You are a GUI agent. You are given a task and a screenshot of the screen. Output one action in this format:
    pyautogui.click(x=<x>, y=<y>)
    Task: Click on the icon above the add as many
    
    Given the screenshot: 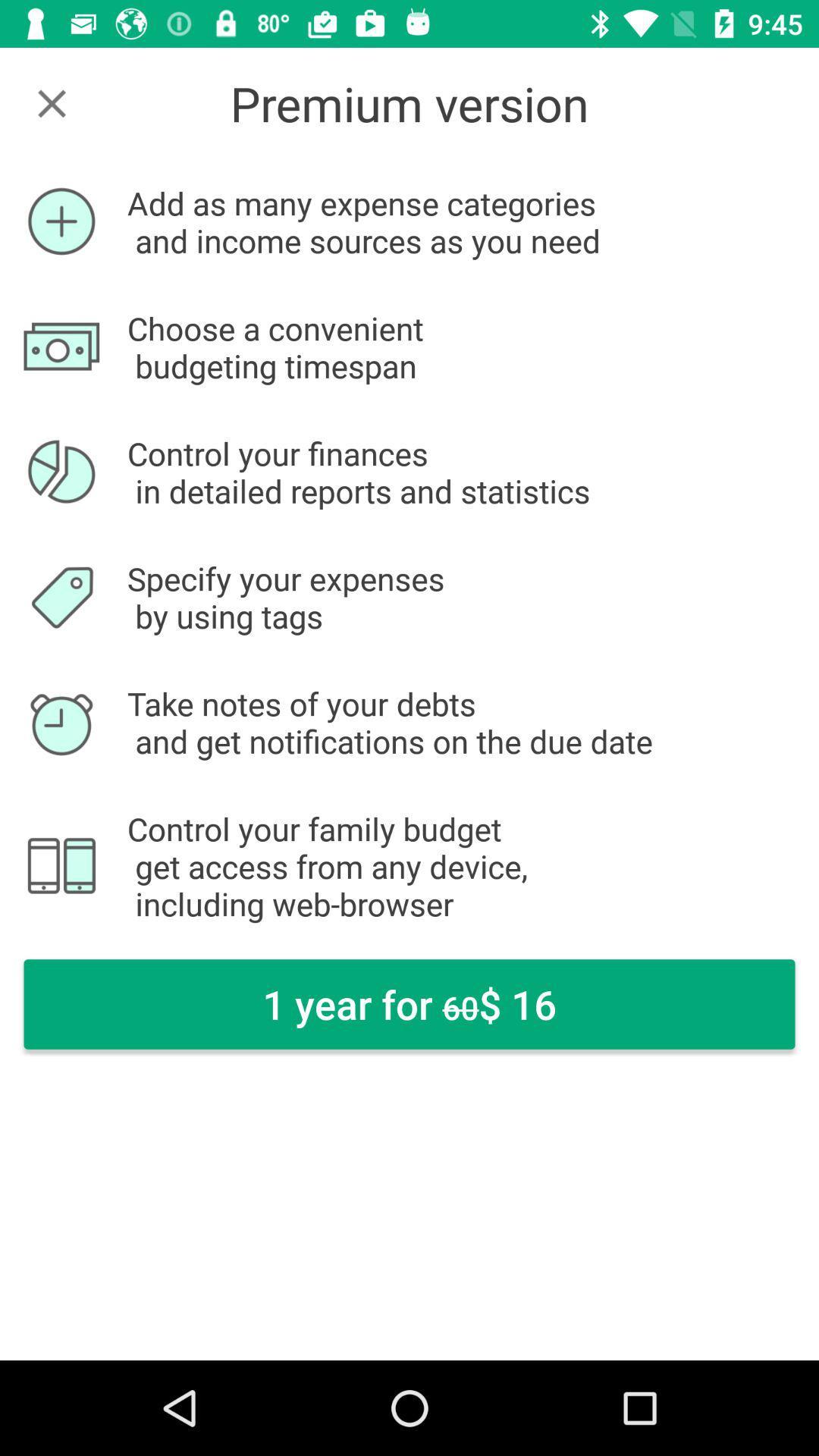 What is the action you would take?
    pyautogui.click(x=51, y=102)
    